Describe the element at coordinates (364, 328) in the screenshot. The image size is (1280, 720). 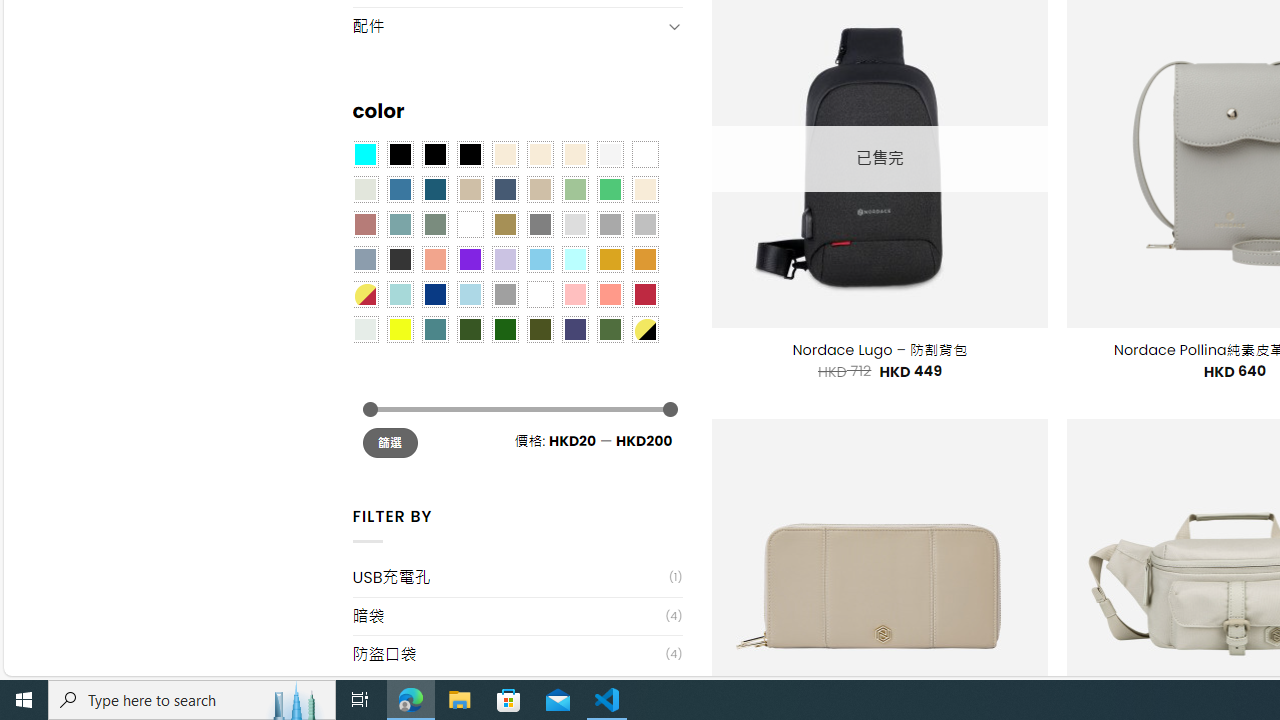
I see `'Dull Nickle'` at that location.